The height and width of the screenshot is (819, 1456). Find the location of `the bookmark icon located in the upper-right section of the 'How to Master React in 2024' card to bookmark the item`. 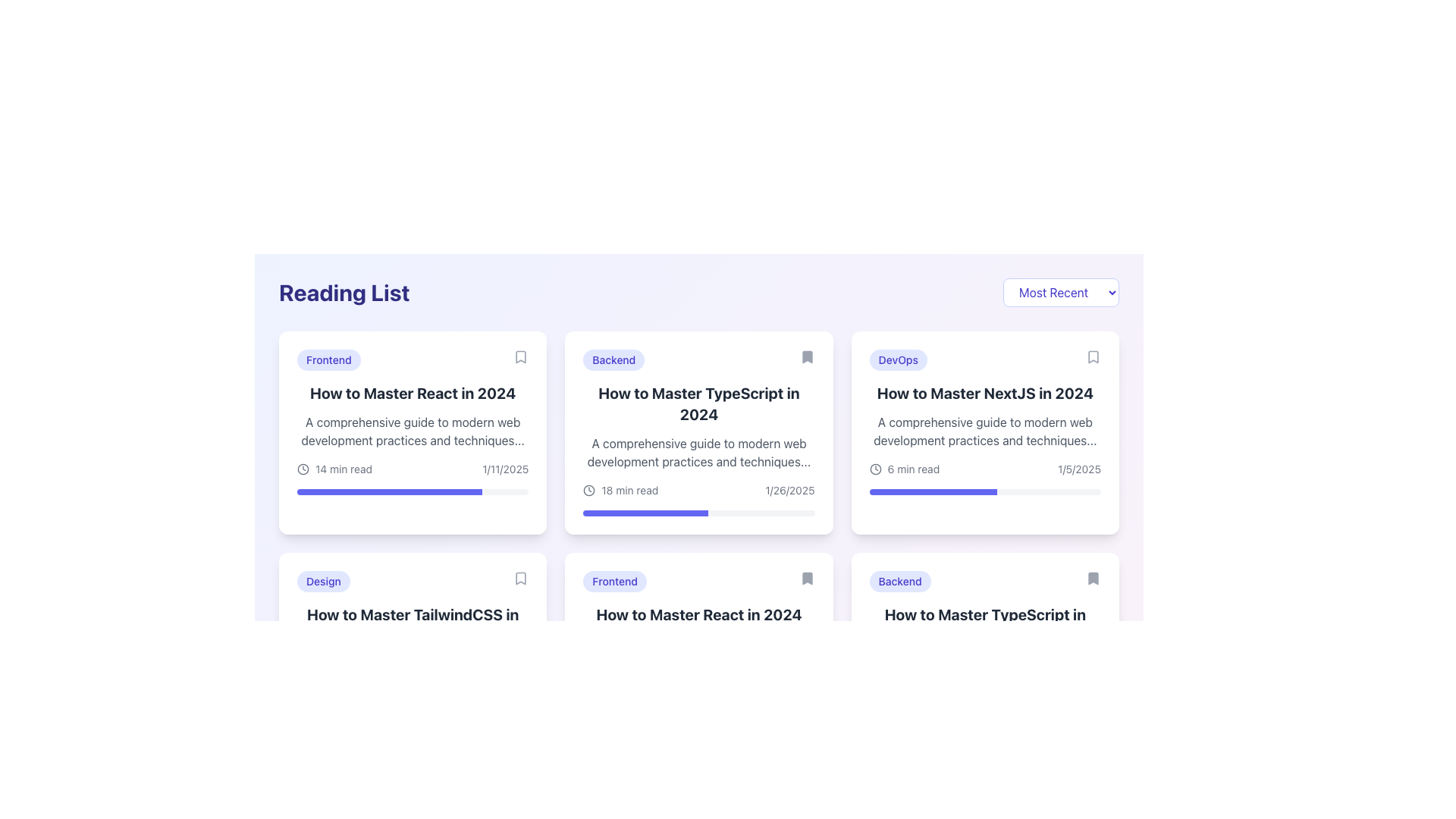

the bookmark icon located in the upper-right section of the 'How to Master React in 2024' card to bookmark the item is located at coordinates (806, 579).